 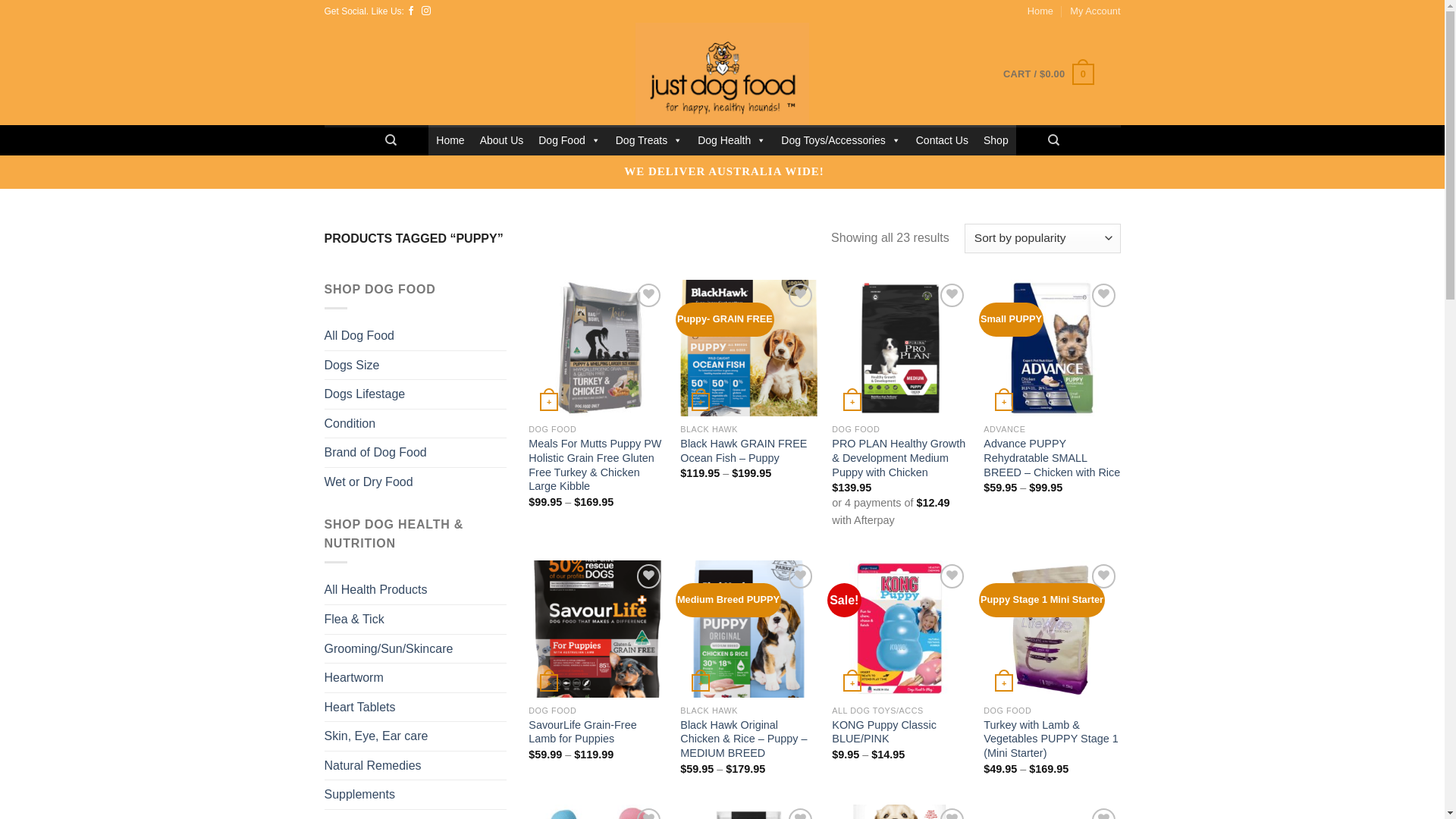 I want to click on 'Supplements', so click(x=359, y=794).